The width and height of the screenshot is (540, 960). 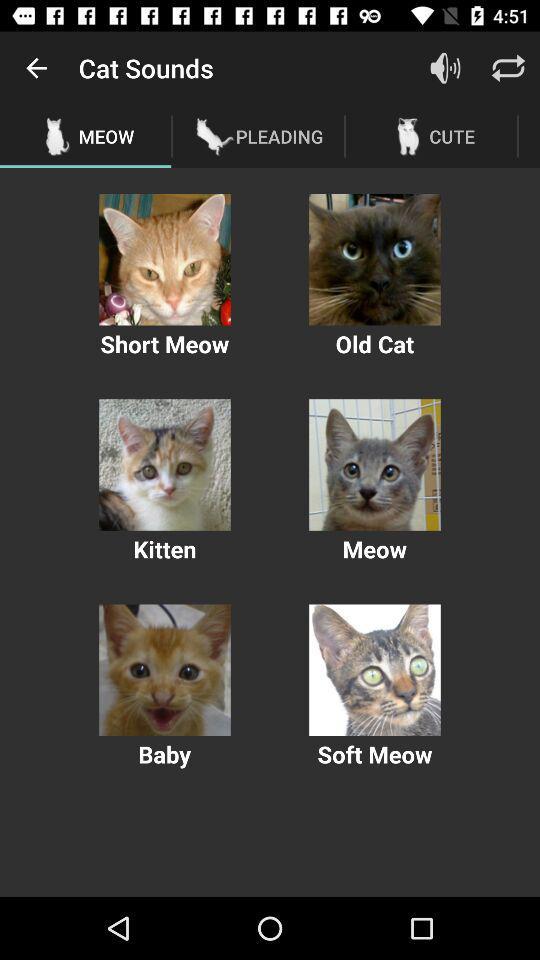 I want to click on makes a baby kitten sound, so click(x=164, y=670).